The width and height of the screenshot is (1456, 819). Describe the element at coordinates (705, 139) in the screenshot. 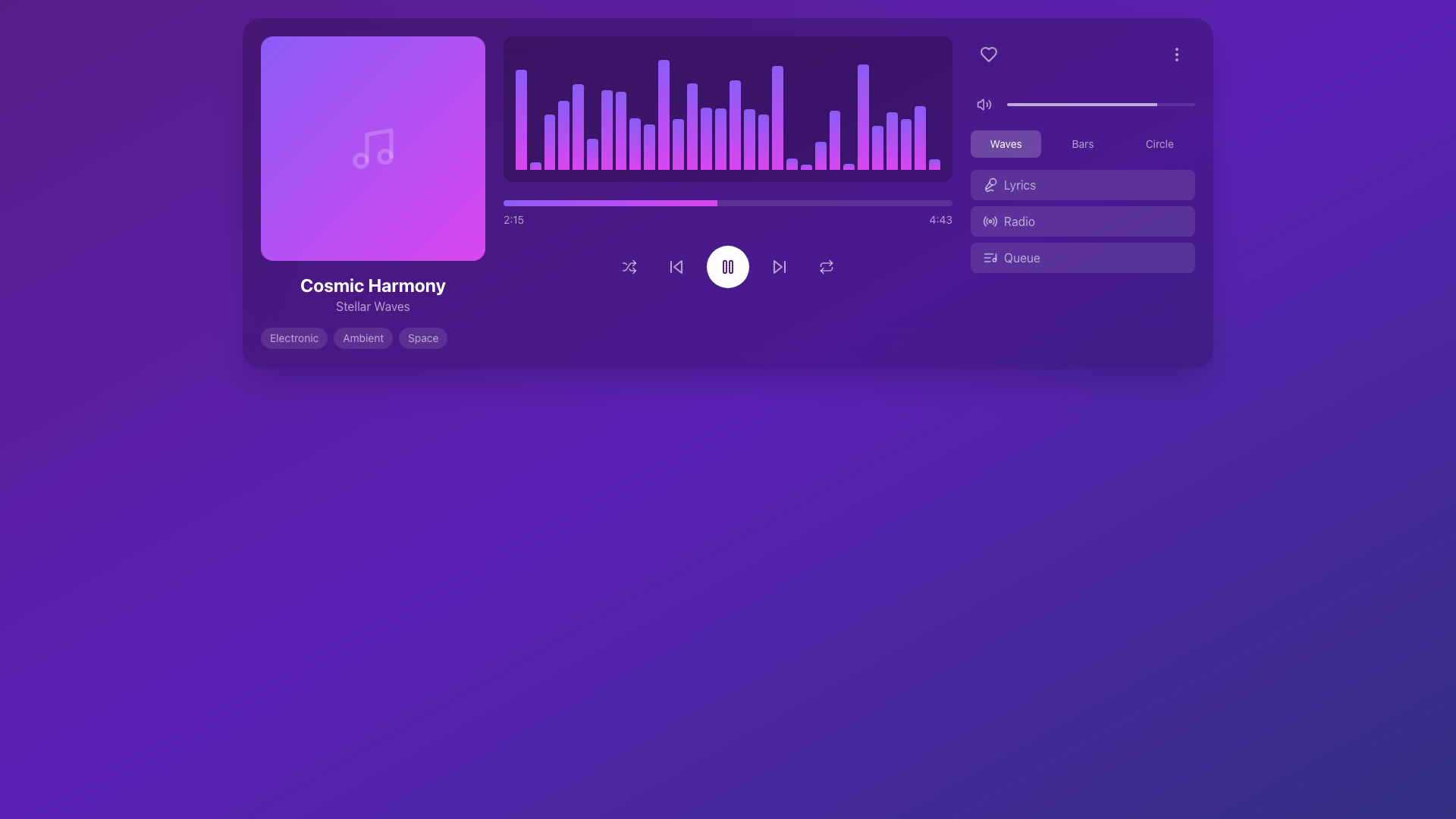

I see `the 14th bar of the audio equalizer display, which visually represents a specific frequency band in the audio playback visualization` at that location.